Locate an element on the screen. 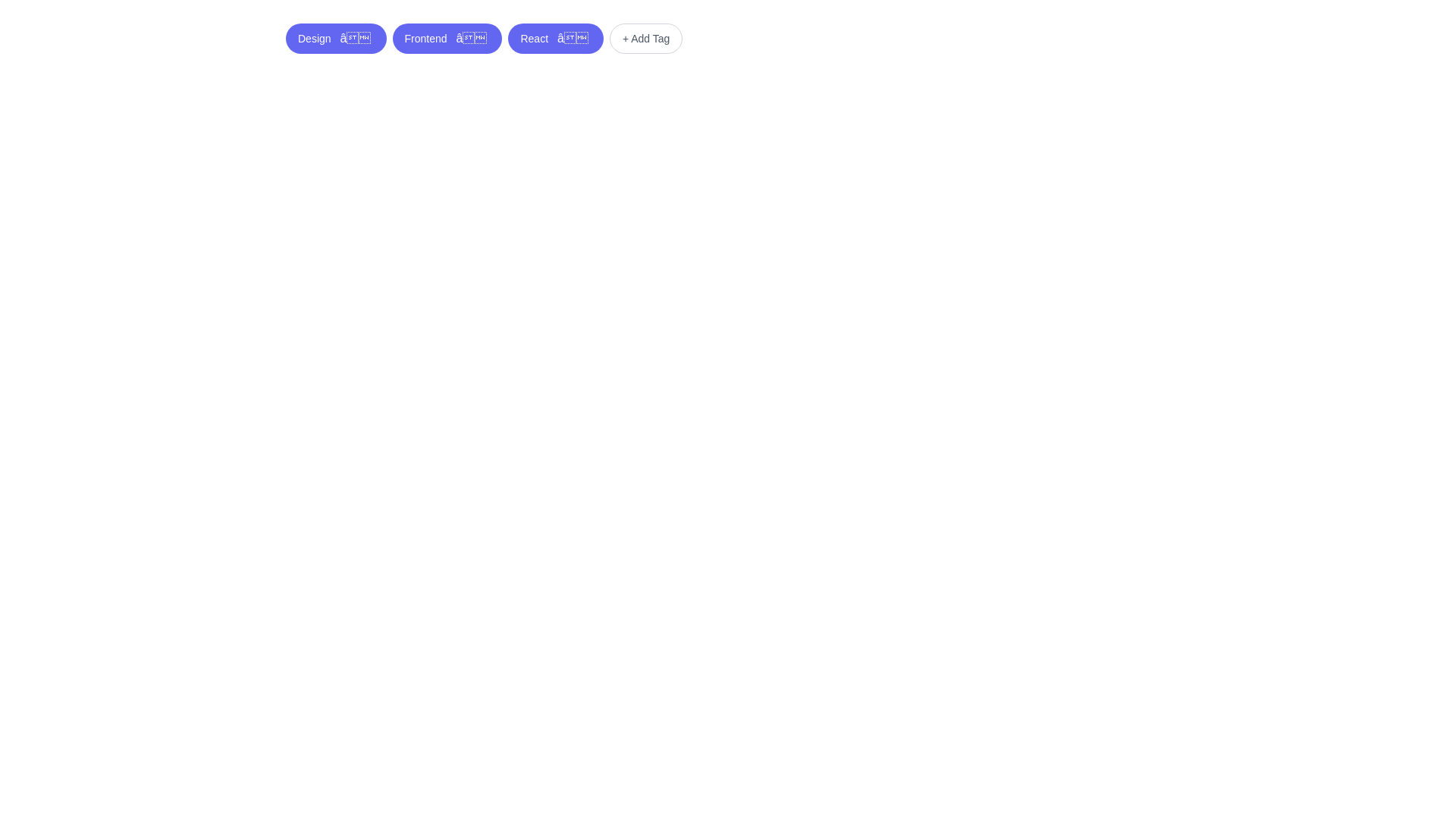 The height and width of the screenshot is (819, 1456). the close button of the tag labeled React to remove it is located at coordinates (571, 37).